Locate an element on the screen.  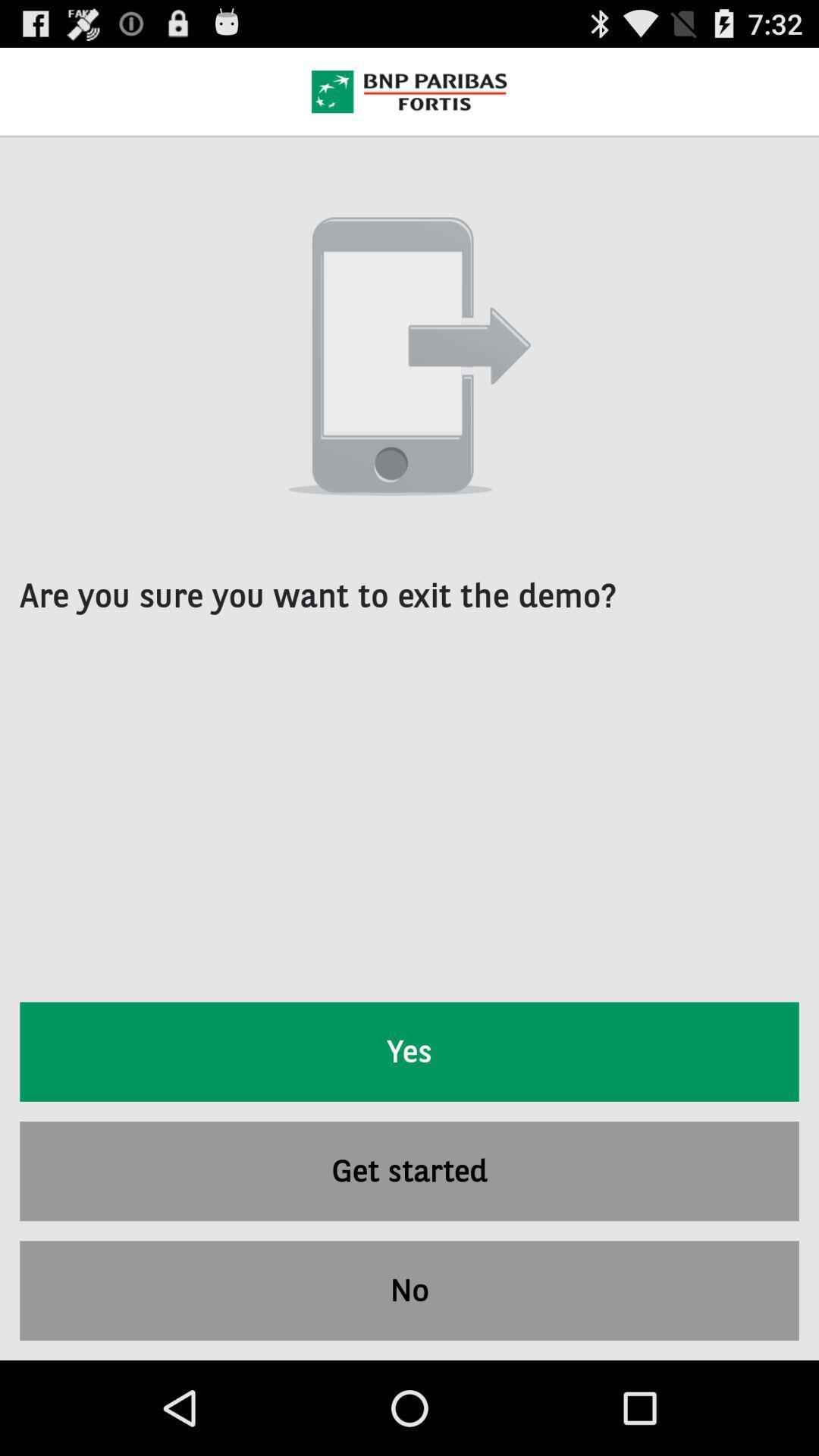
the icon below the yes item is located at coordinates (409, 1170).